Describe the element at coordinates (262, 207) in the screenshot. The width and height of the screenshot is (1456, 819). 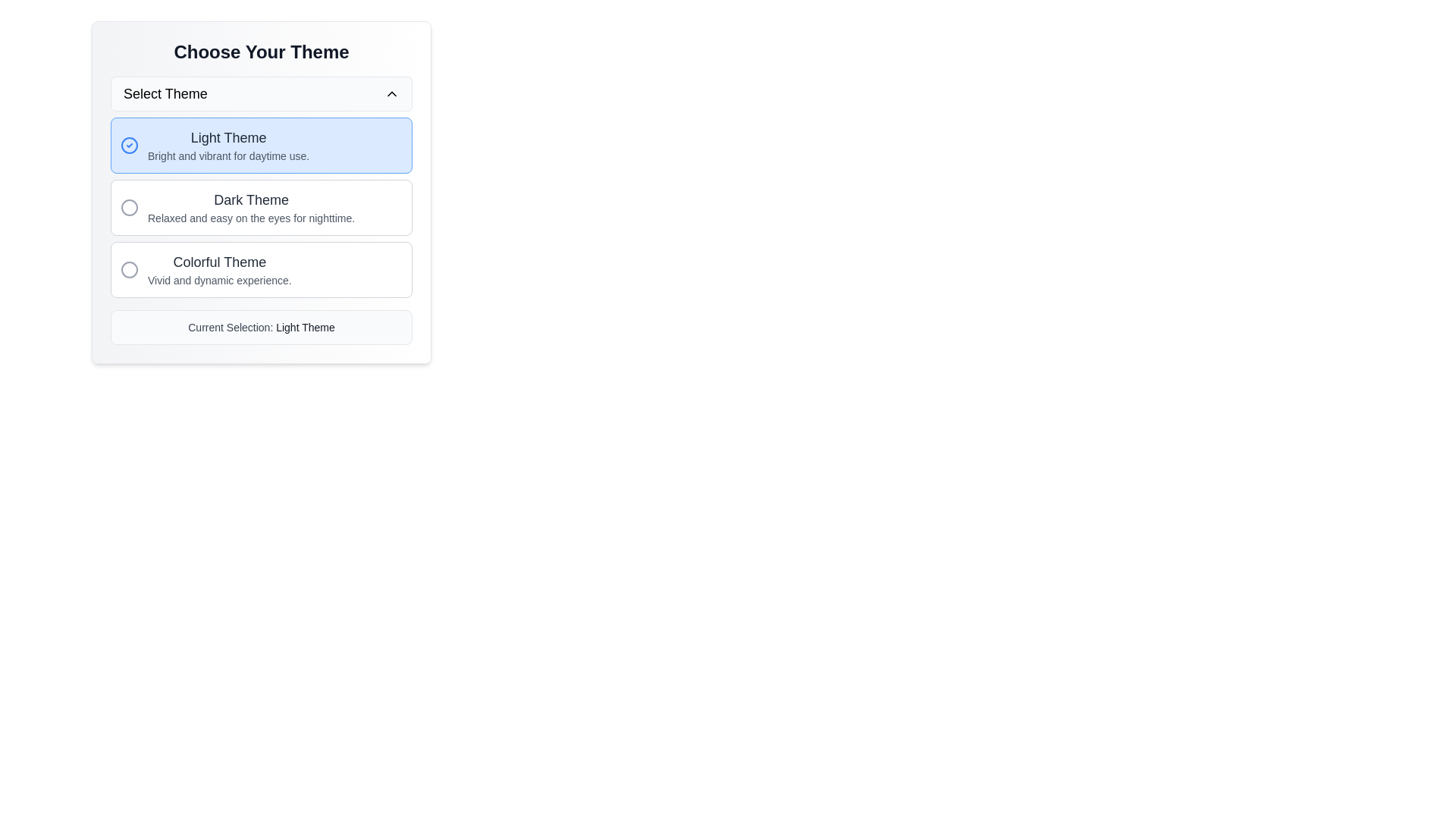
I see `the 'Dark Theme' radio button selection option` at that location.